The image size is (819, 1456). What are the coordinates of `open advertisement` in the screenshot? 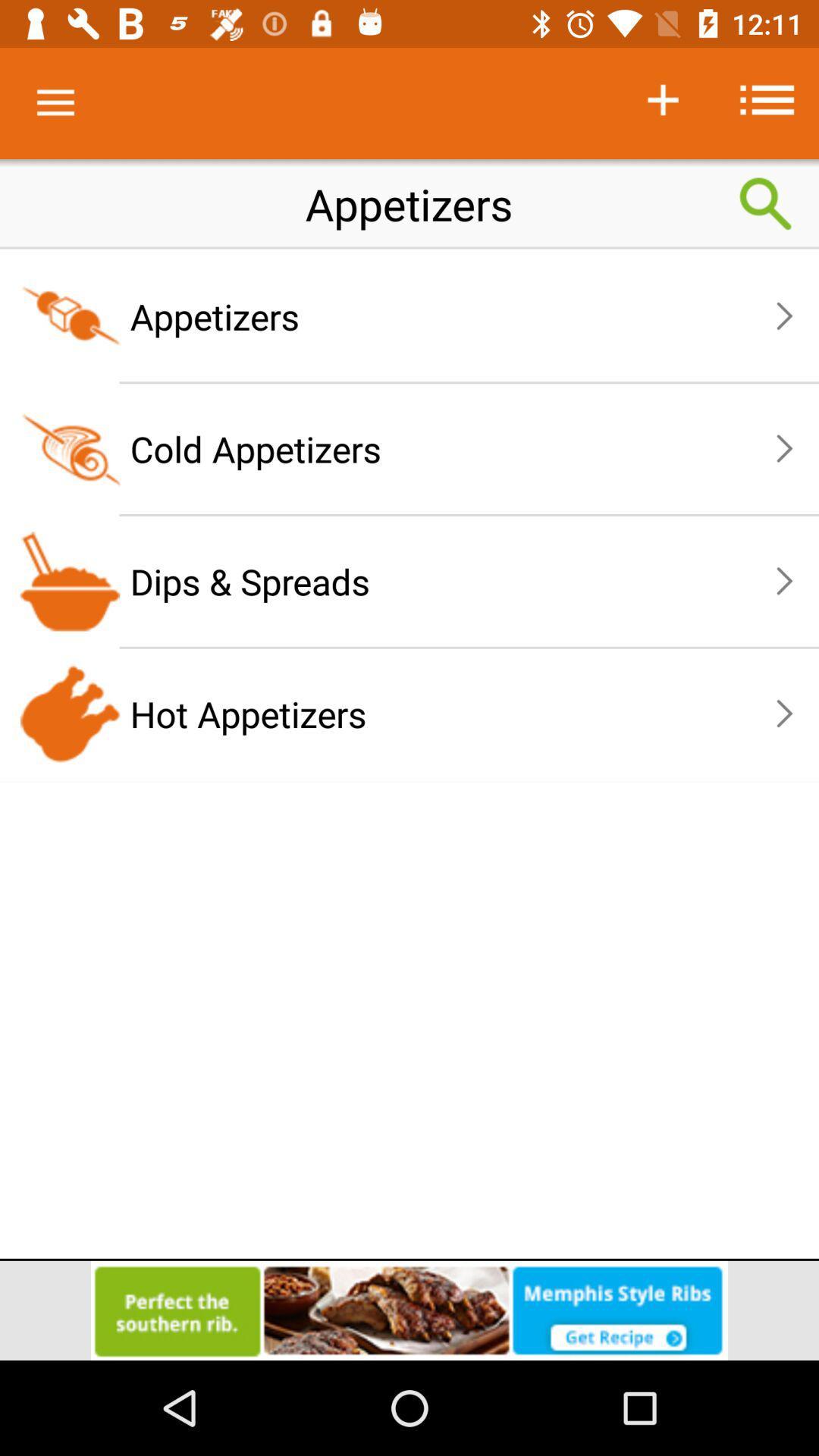 It's located at (409, 1310).